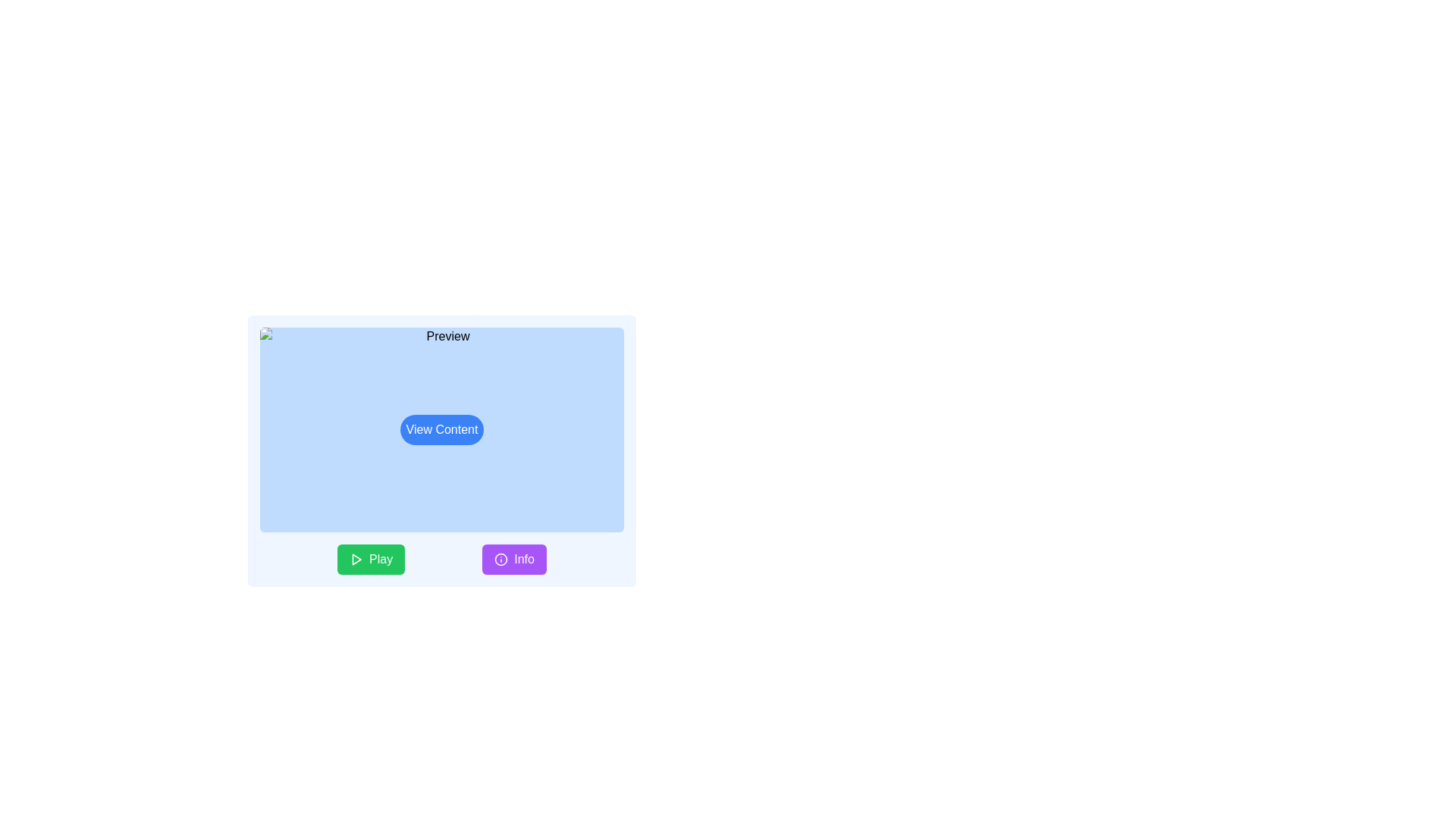  I want to click on the 'View Content' button, which is a rounded rectangle with a blue background and centered text, so click(441, 430).